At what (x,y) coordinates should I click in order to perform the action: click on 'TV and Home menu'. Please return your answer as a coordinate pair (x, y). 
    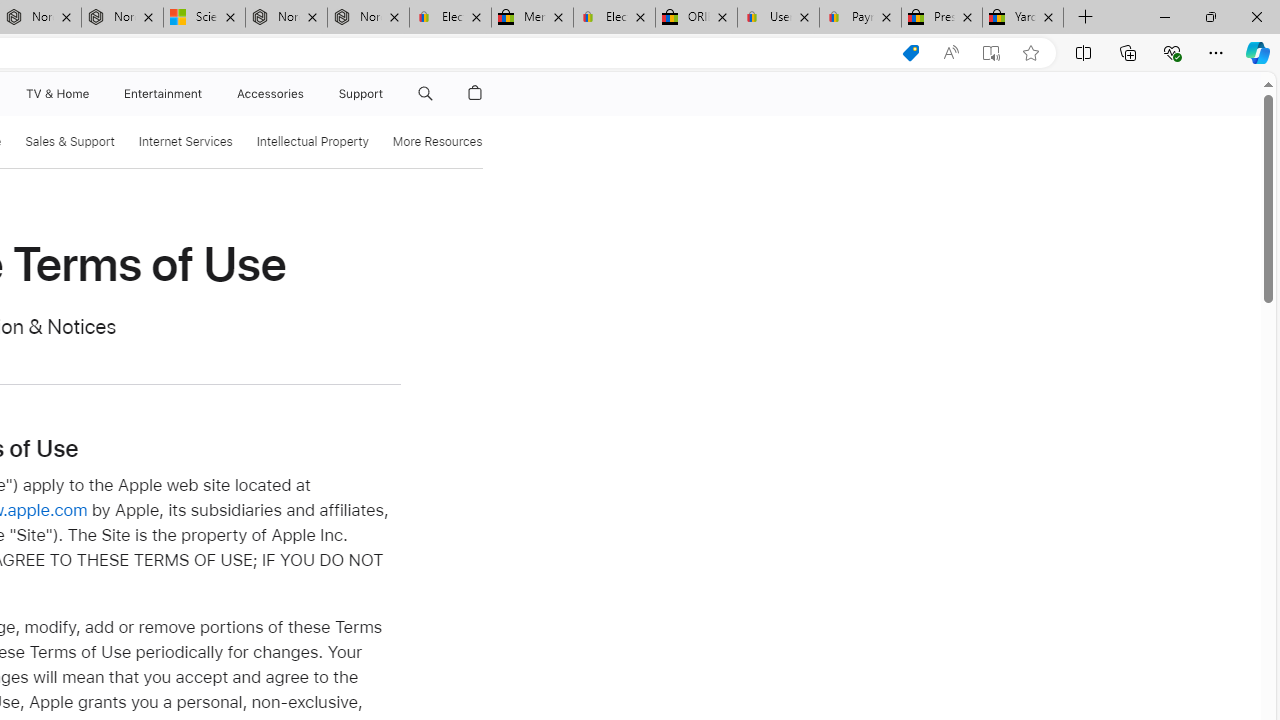
    Looking at the image, I should click on (92, 93).